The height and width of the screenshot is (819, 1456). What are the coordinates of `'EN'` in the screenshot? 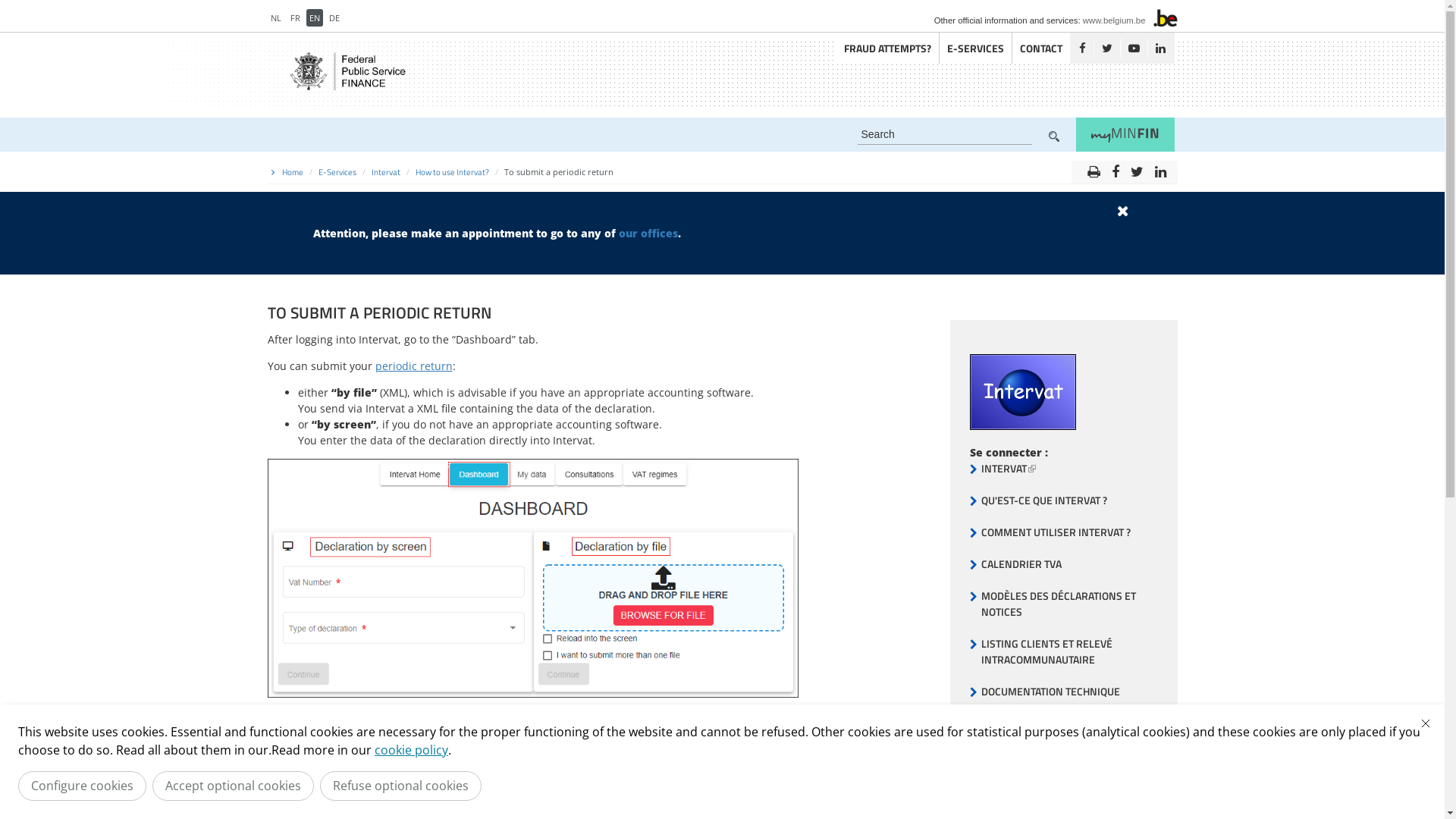 It's located at (313, 17).